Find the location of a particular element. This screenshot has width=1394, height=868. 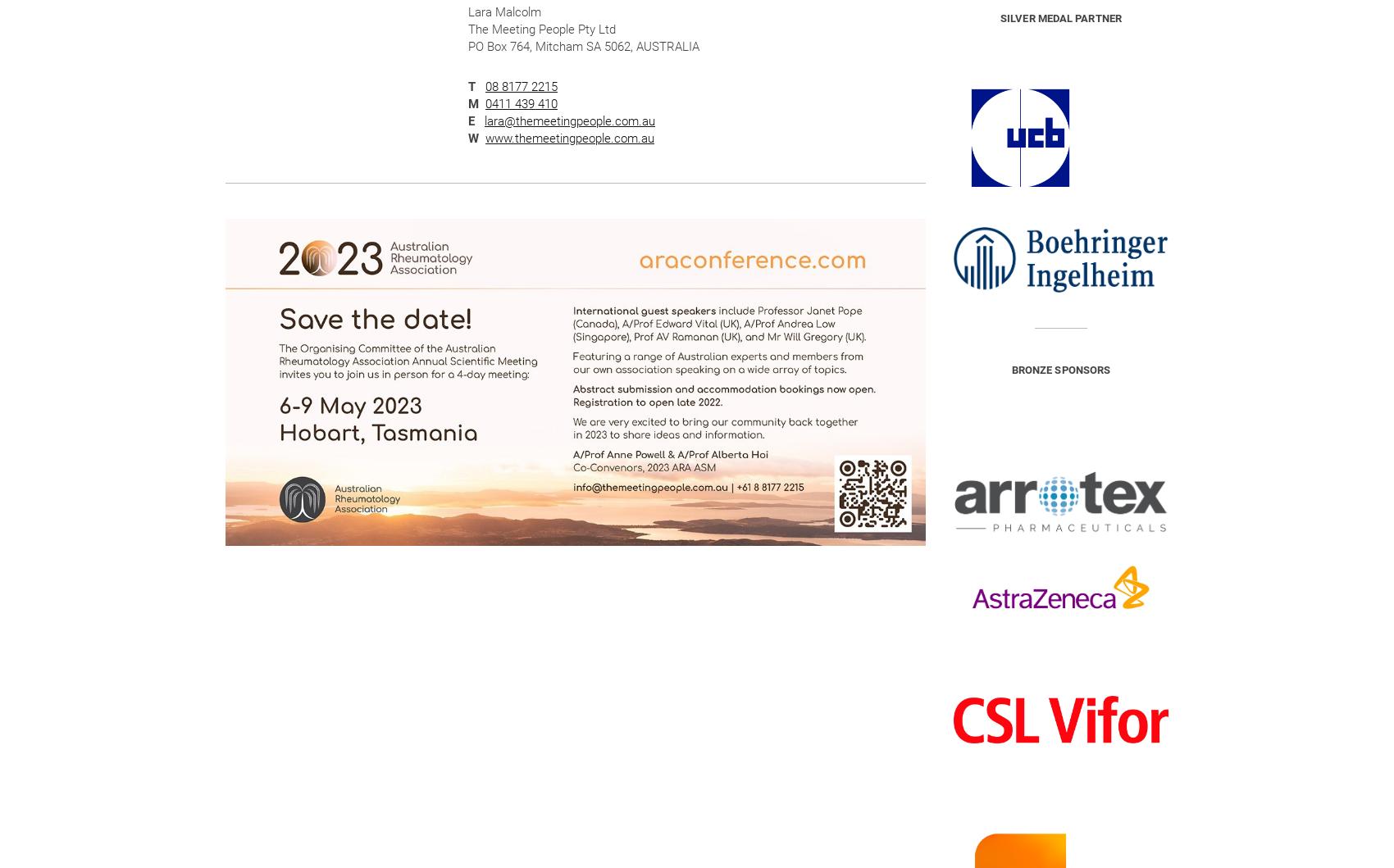

'M' is located at coordinates (471, 102).